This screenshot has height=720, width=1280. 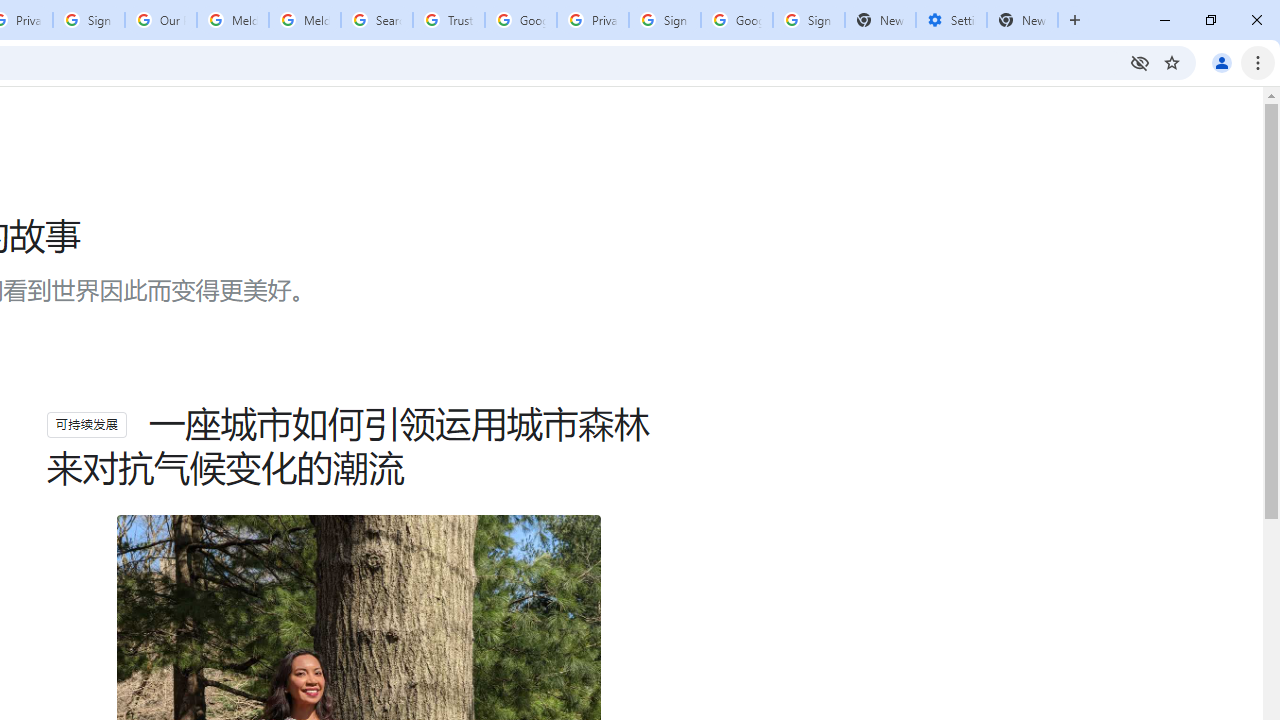 What do you see at coordinates (376, 20) in the screenshot?
I see `'Search our Doodle Library Collection - Google Doodles'` at bounding box center [376, 20].